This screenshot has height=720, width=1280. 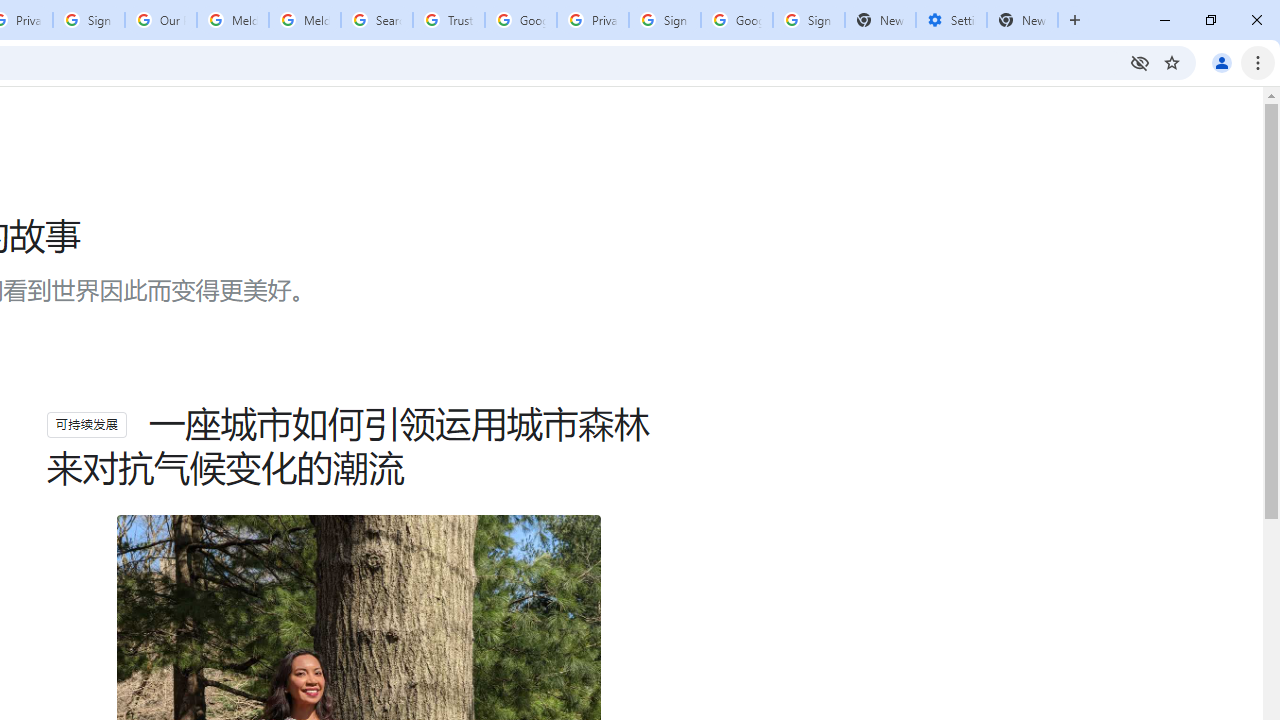 What do you see at coordinates (376, 20) in the screenshot?
I see `'Search our Doodle Library Collection - Google Doodles'` at bounding box center [376, 20].